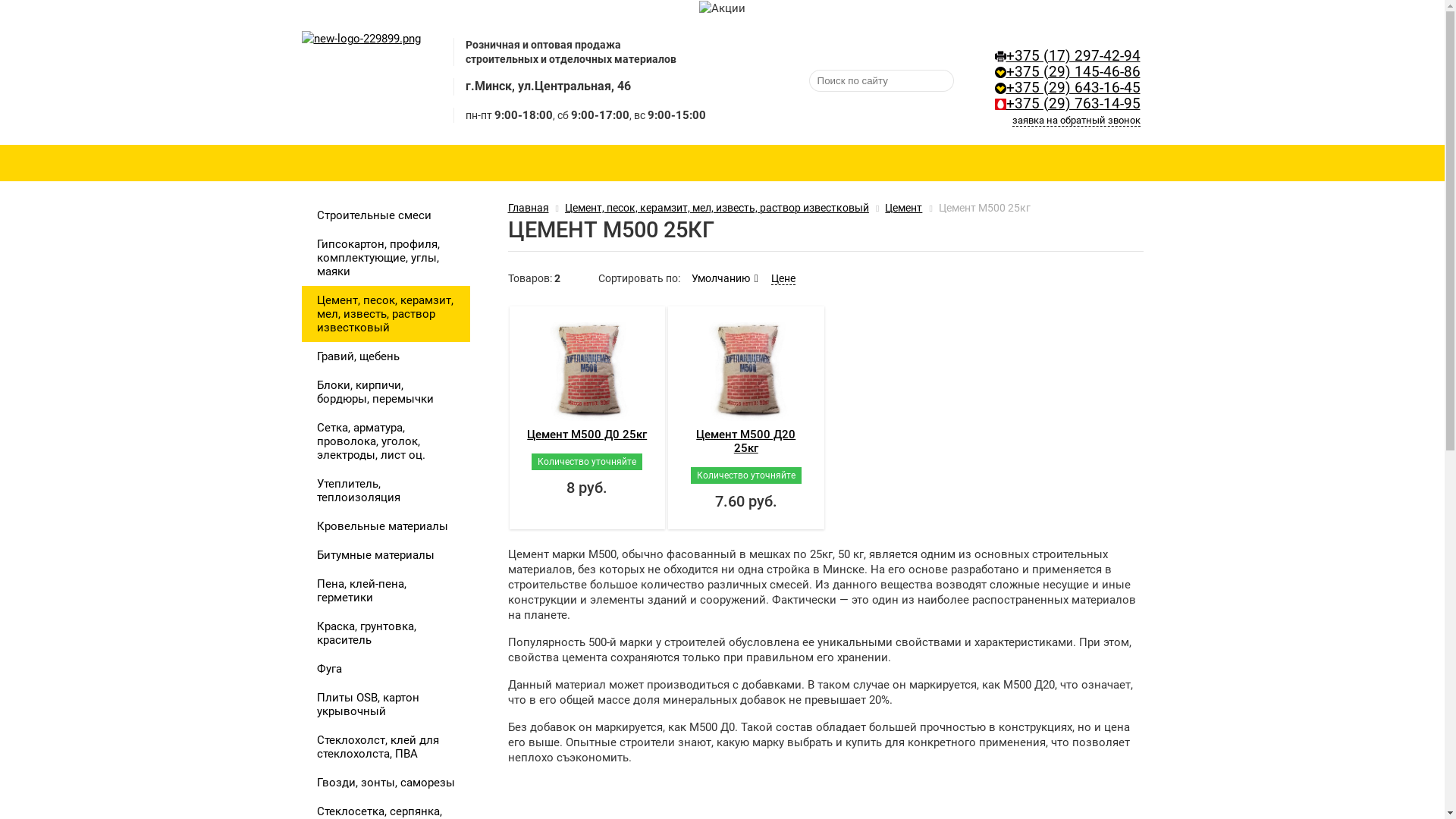 The height and width of the screenshot is (819, 1456). What do you see at coordinates (1072, 72) in the screenshot?
I see `'+375 (29) 145-46-86'` at bounding box center [1072, 72].